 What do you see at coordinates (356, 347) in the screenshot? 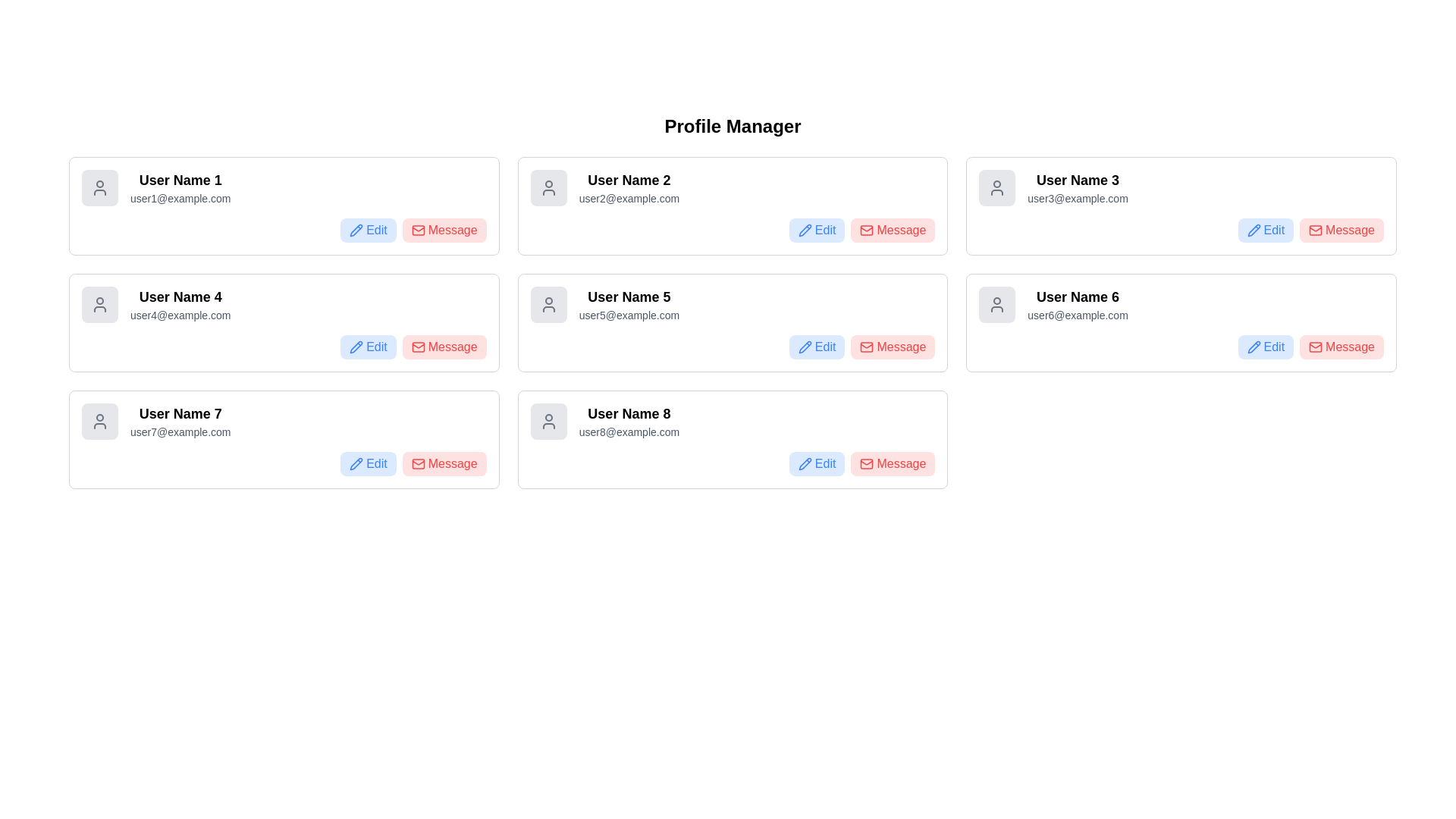
I see `the pencil icon representing the edit action located beside the 'Edit' text within the blue-highlighted button in the second user card of the layout` at bounding box center [356, 347].